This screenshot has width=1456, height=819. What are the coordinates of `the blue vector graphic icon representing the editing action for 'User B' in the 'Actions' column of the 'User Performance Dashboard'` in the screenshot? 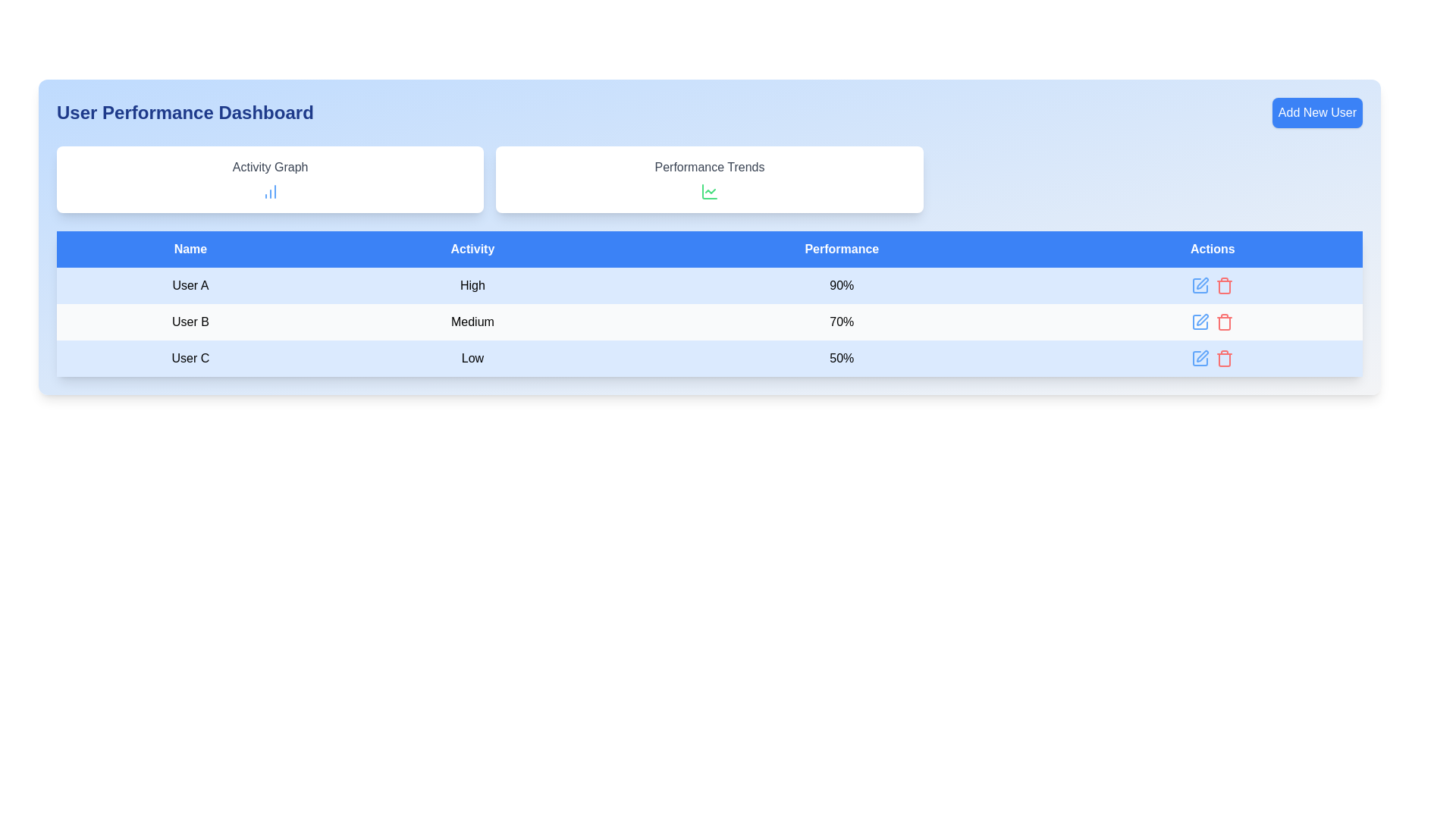 It's located at (1202, 318).